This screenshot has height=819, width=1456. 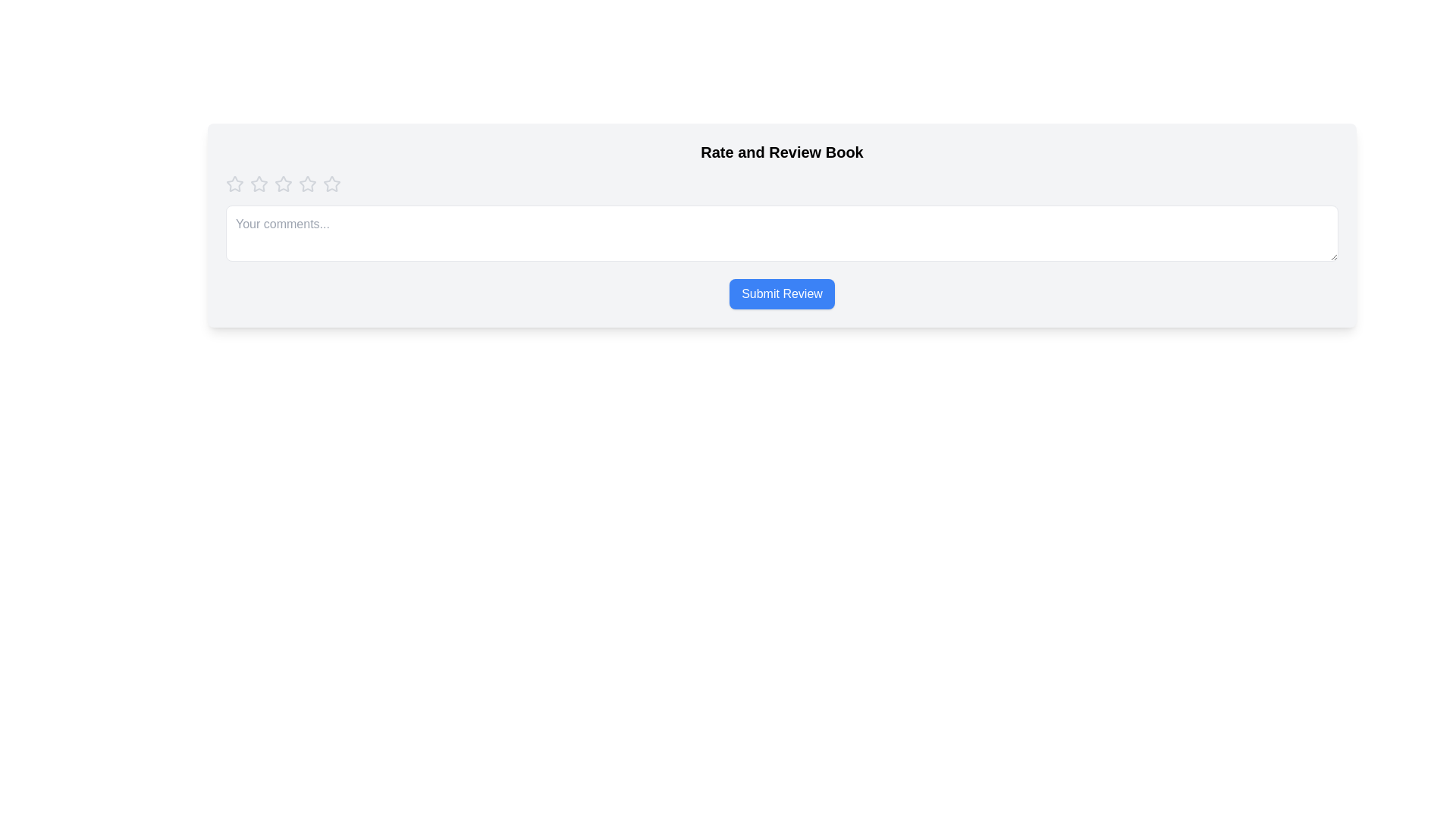 What do you see at coordinates (782, 294) in the screenshot?
I see `submit button to submit the review` at bounding box center [782, 294].